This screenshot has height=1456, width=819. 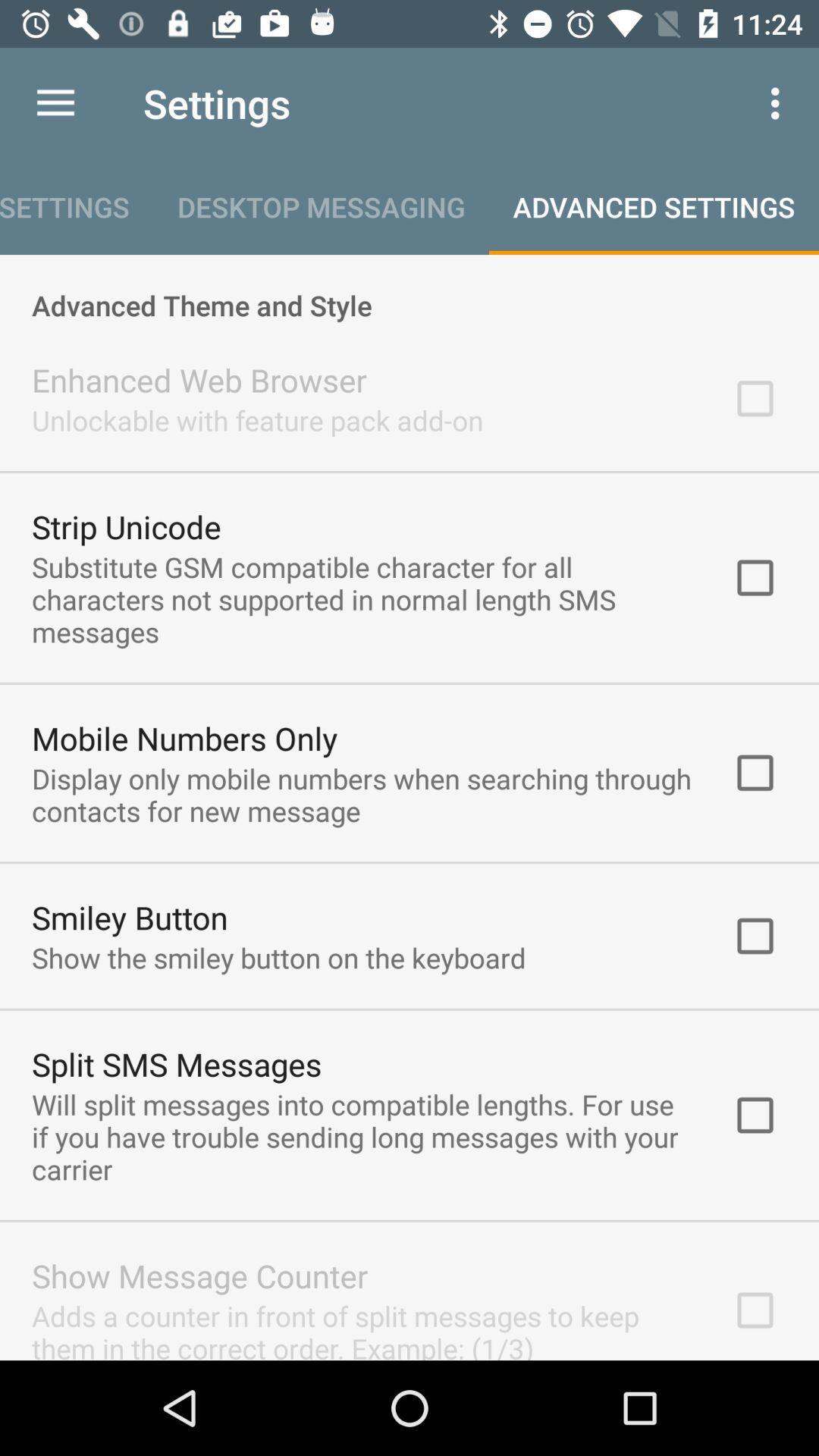 I want to click on the item below the advanced theme and icon, so click(x=198, y=379).